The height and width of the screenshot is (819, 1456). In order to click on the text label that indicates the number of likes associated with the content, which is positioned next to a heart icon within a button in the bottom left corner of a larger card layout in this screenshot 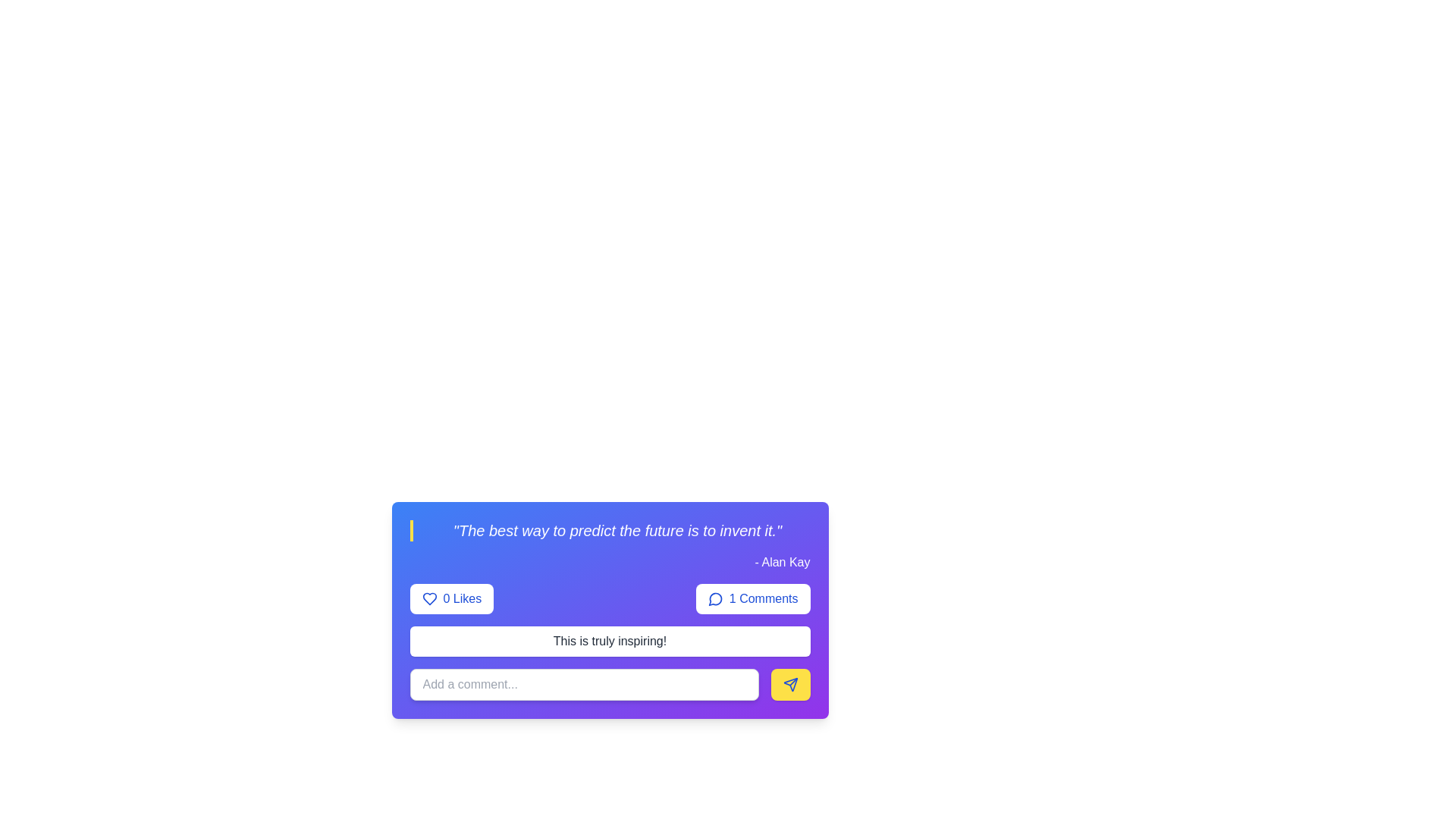, I will do `click(461, 598)`.